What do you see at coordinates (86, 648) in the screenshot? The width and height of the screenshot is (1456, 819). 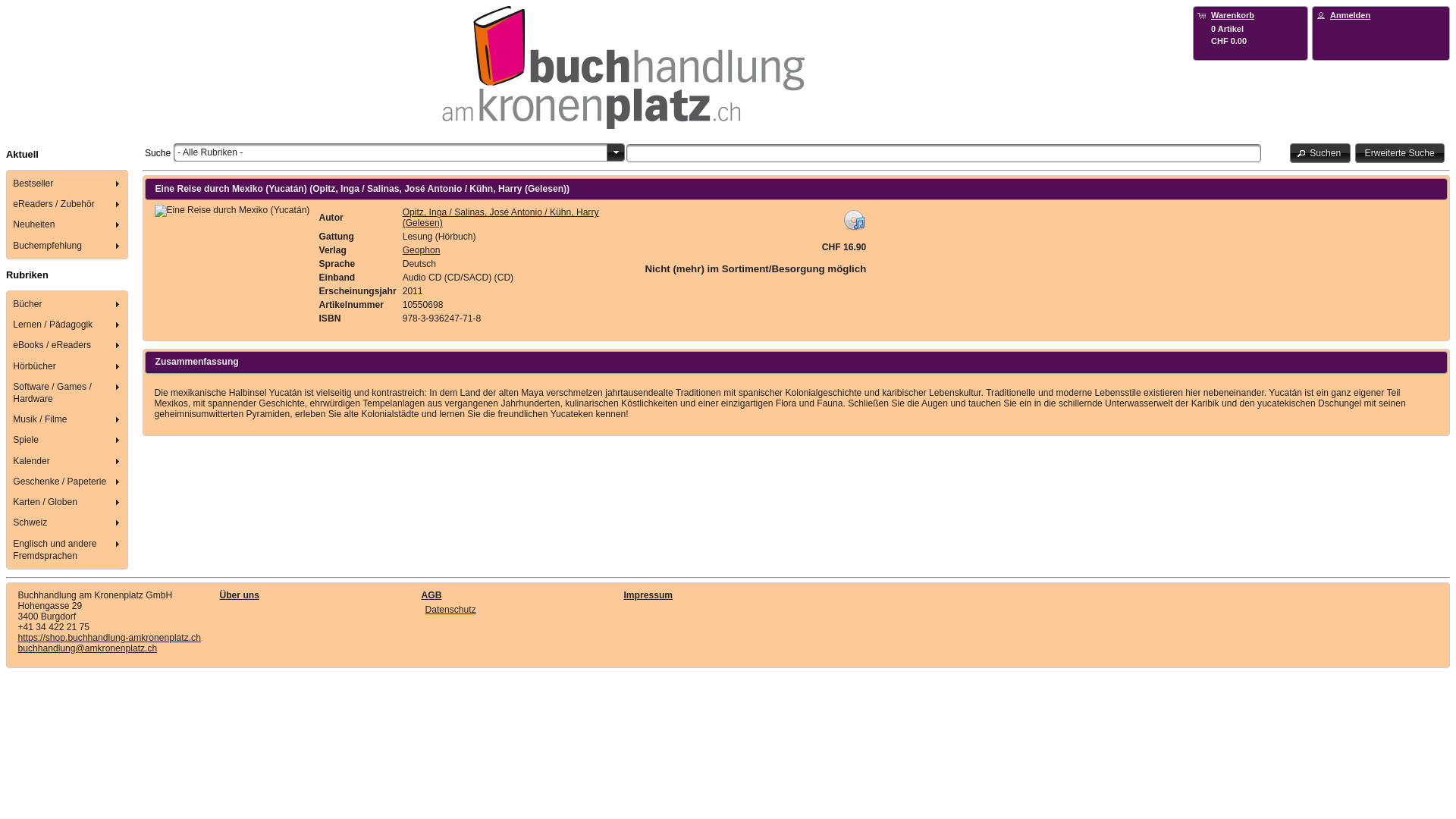 I see `'buchhandlung@amkronenplatz.ch'` at bounding box center [86, 648].